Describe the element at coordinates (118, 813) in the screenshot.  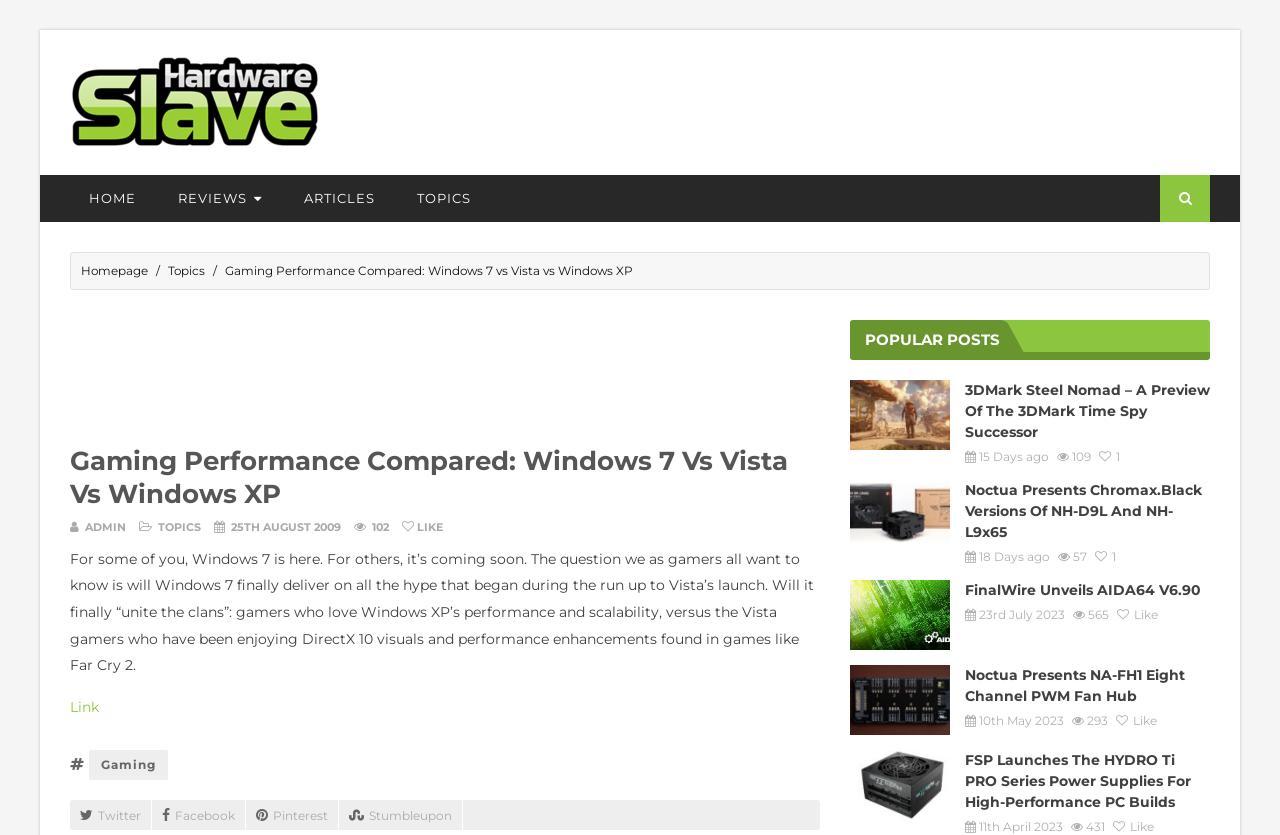
I see `'Twitter'` at that location.